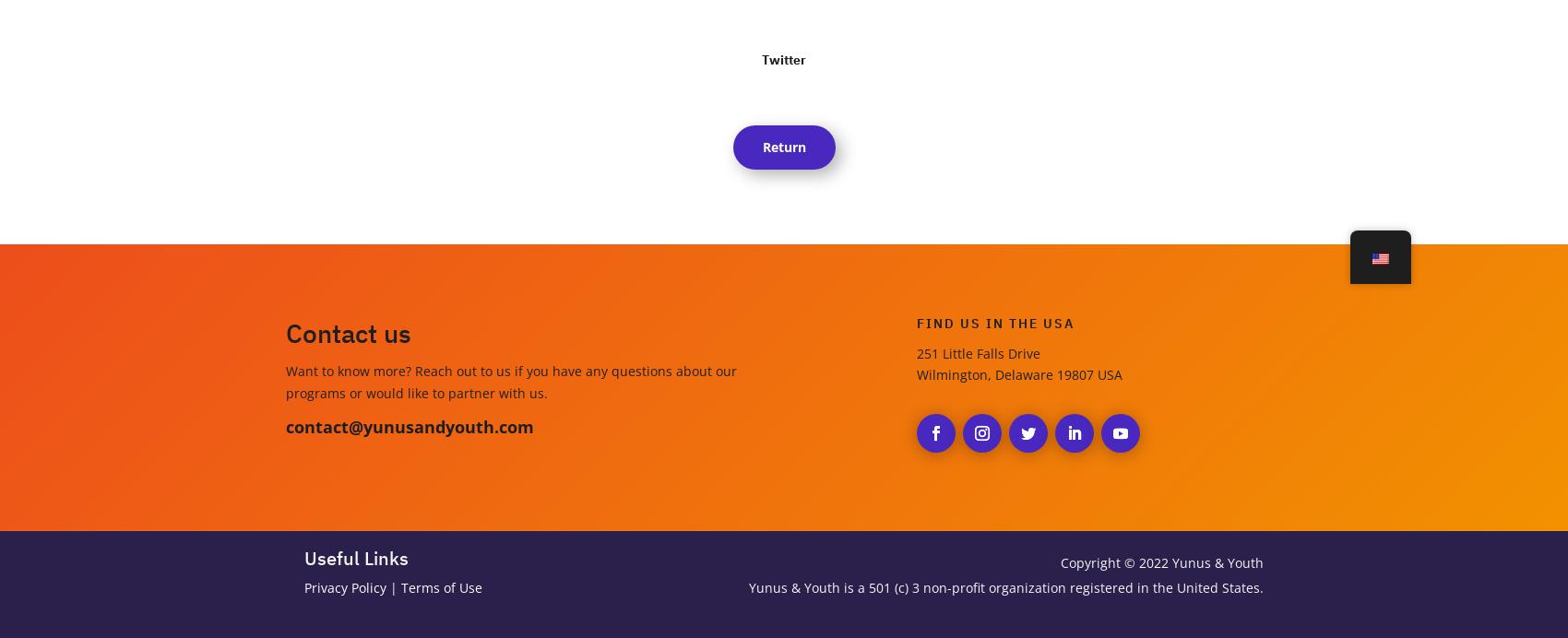  What do you see at coordinates (394, 587) in the screenshot?
I see `'|'` at bounding box center [394, 587].